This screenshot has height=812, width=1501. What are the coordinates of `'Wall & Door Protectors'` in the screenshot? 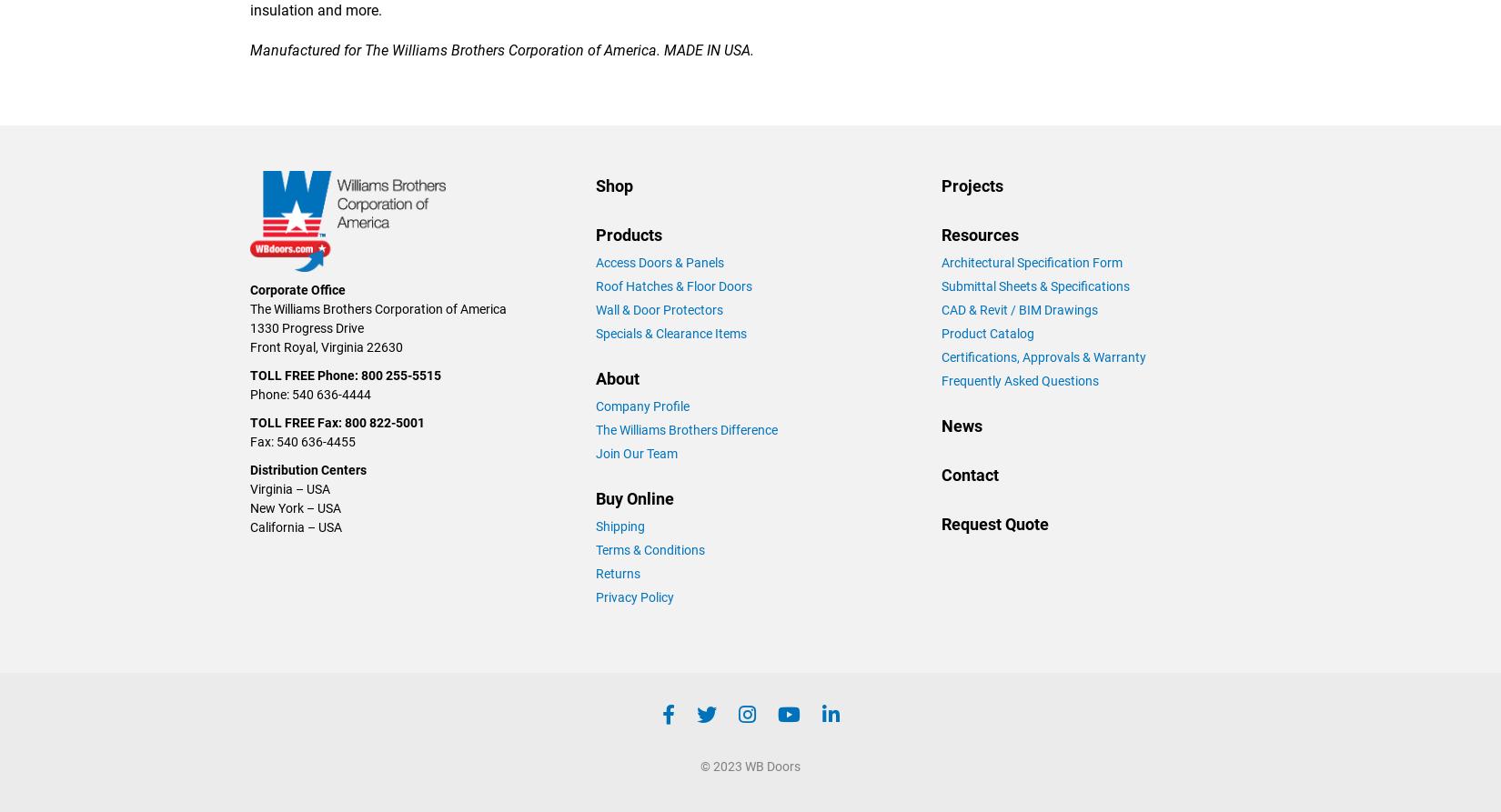 It's located at (659, 308).